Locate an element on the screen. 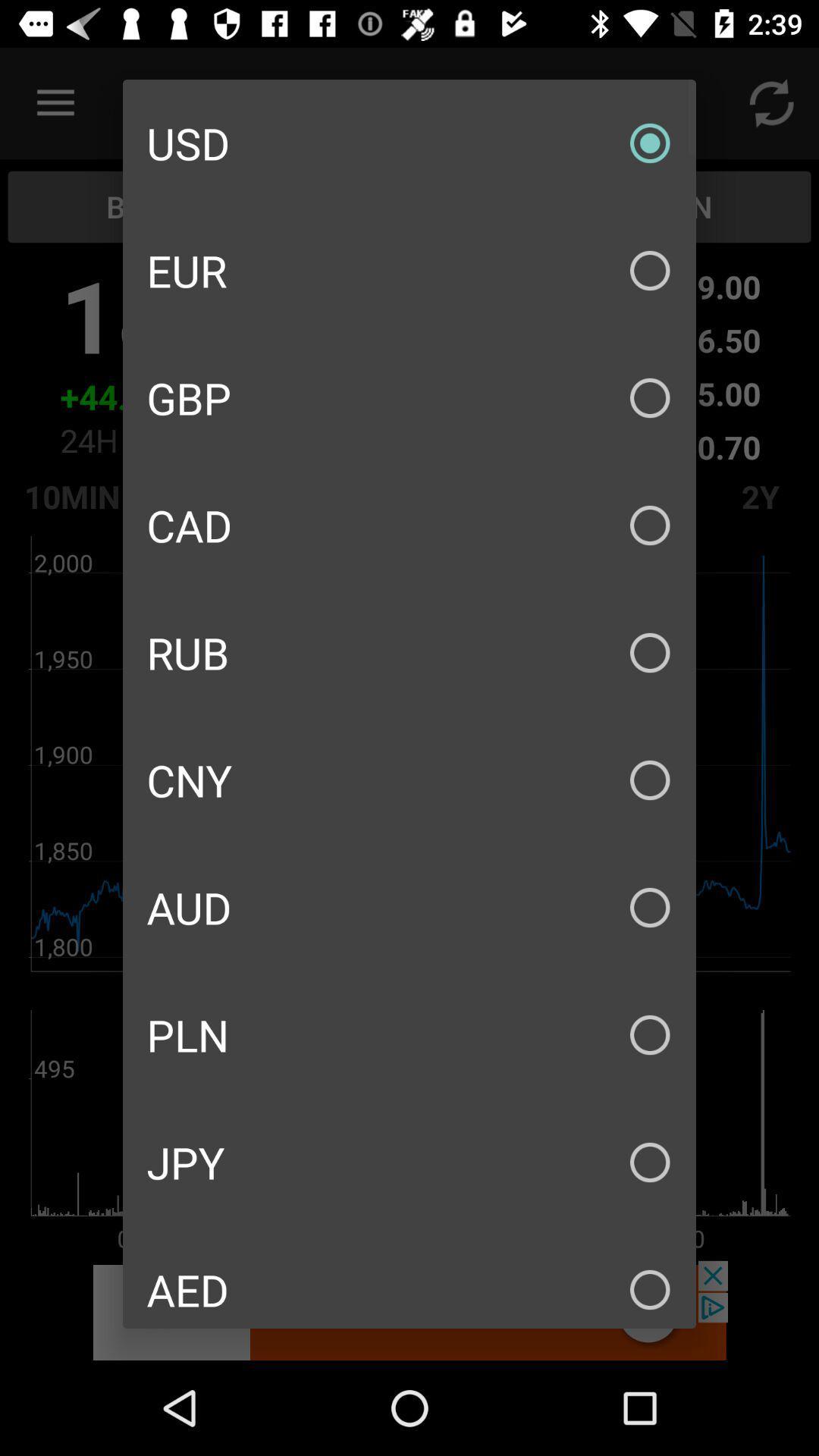 The image size is (819, 1456). icon below gbp is located at coordinates (409, 525).